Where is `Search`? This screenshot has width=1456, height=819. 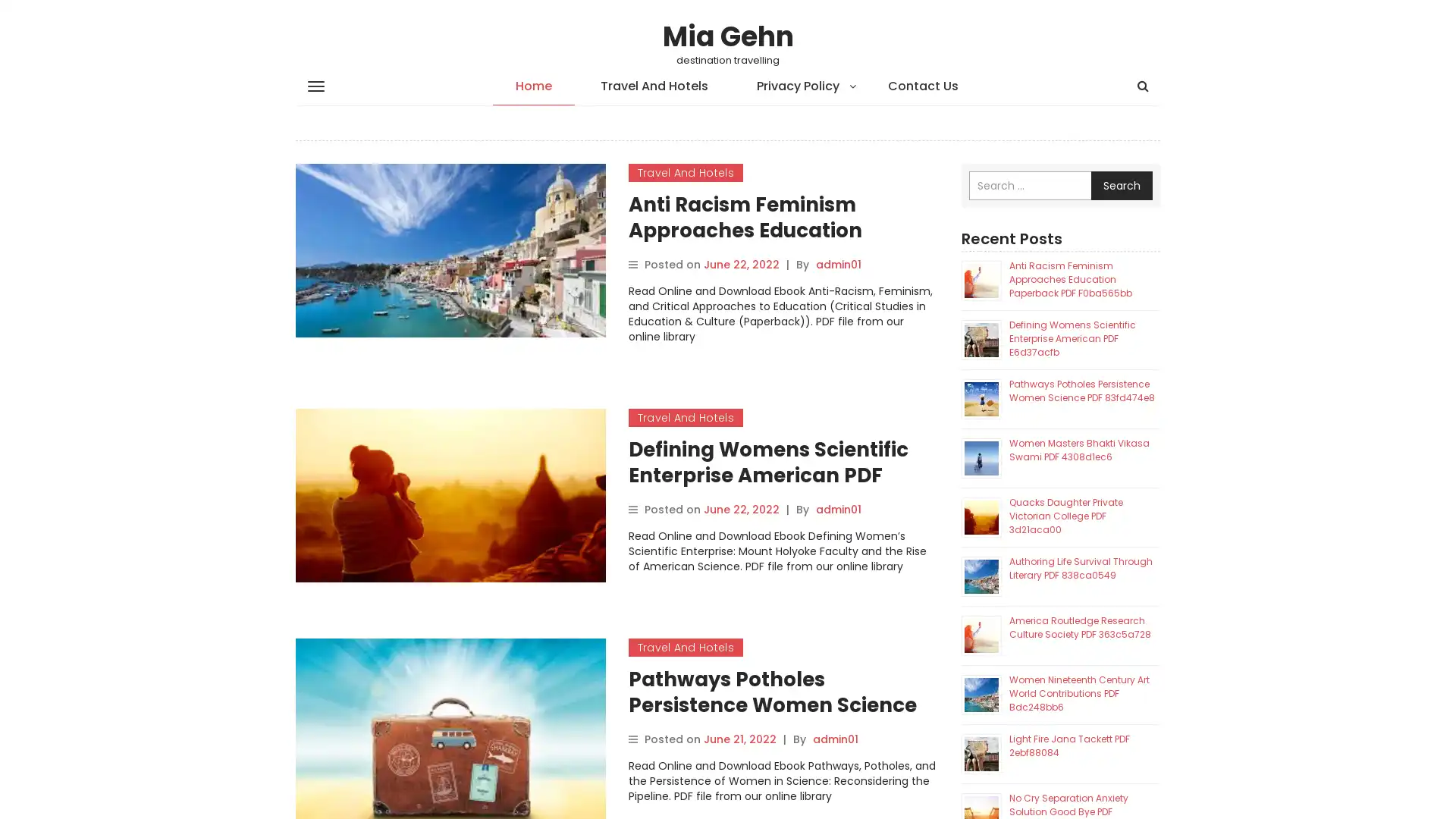
Search is located at coordinates (1122, 185).